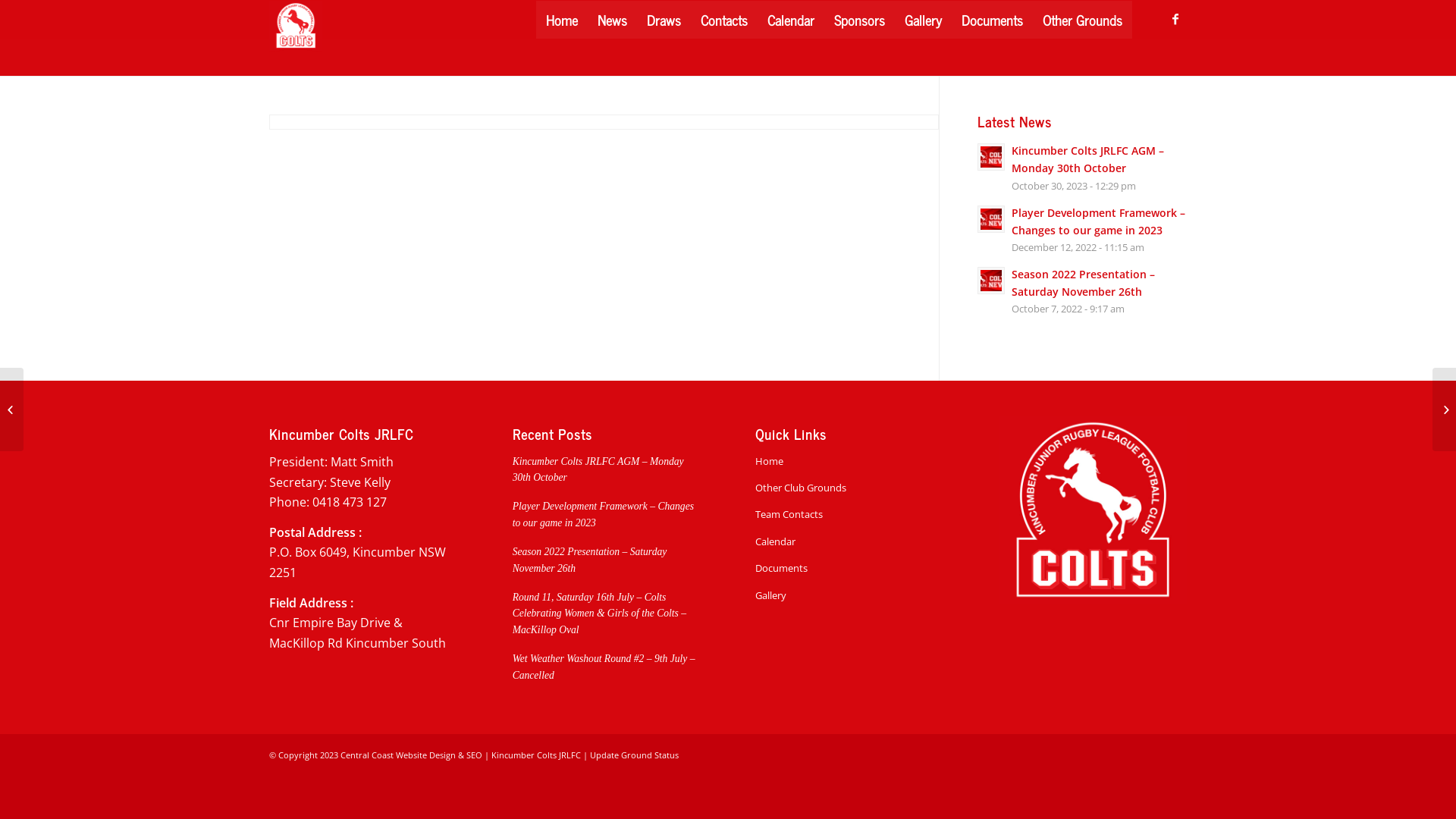 The image size is (1456, 819). I want to click on 'Other Grounds', so click(1081, 20).